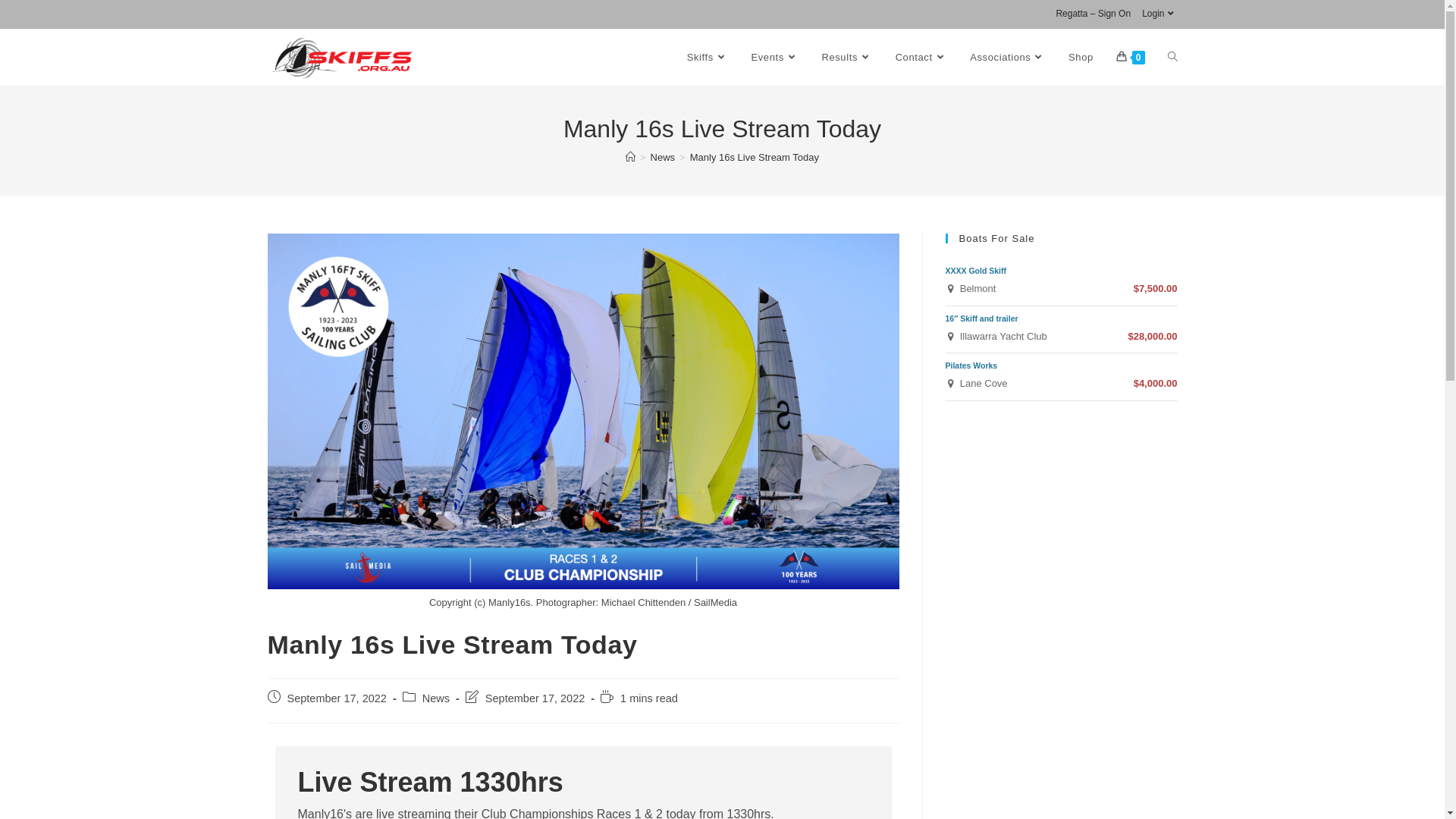 This screenshot has height=819, width=1456. What do you see at coordinates (1080, 57) in the screenshot?
I see `'Shop'` at bounding box center [1080, 57].